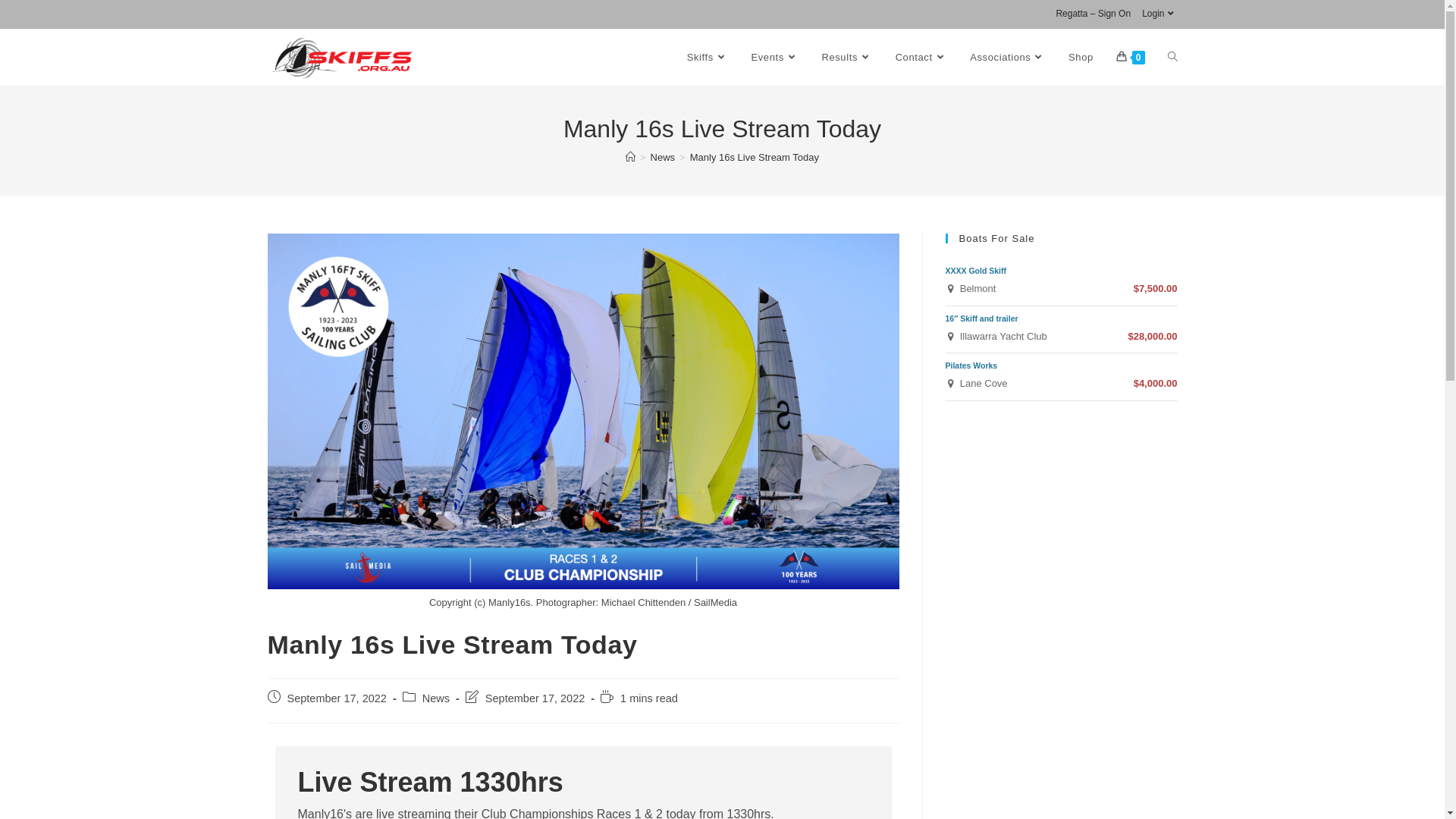 This screenshot has height=819, width=1456. What do you see at coordinates (1080, 57) in the screenshot?
I see `'Shop'` at bounding box center [1080, 57].